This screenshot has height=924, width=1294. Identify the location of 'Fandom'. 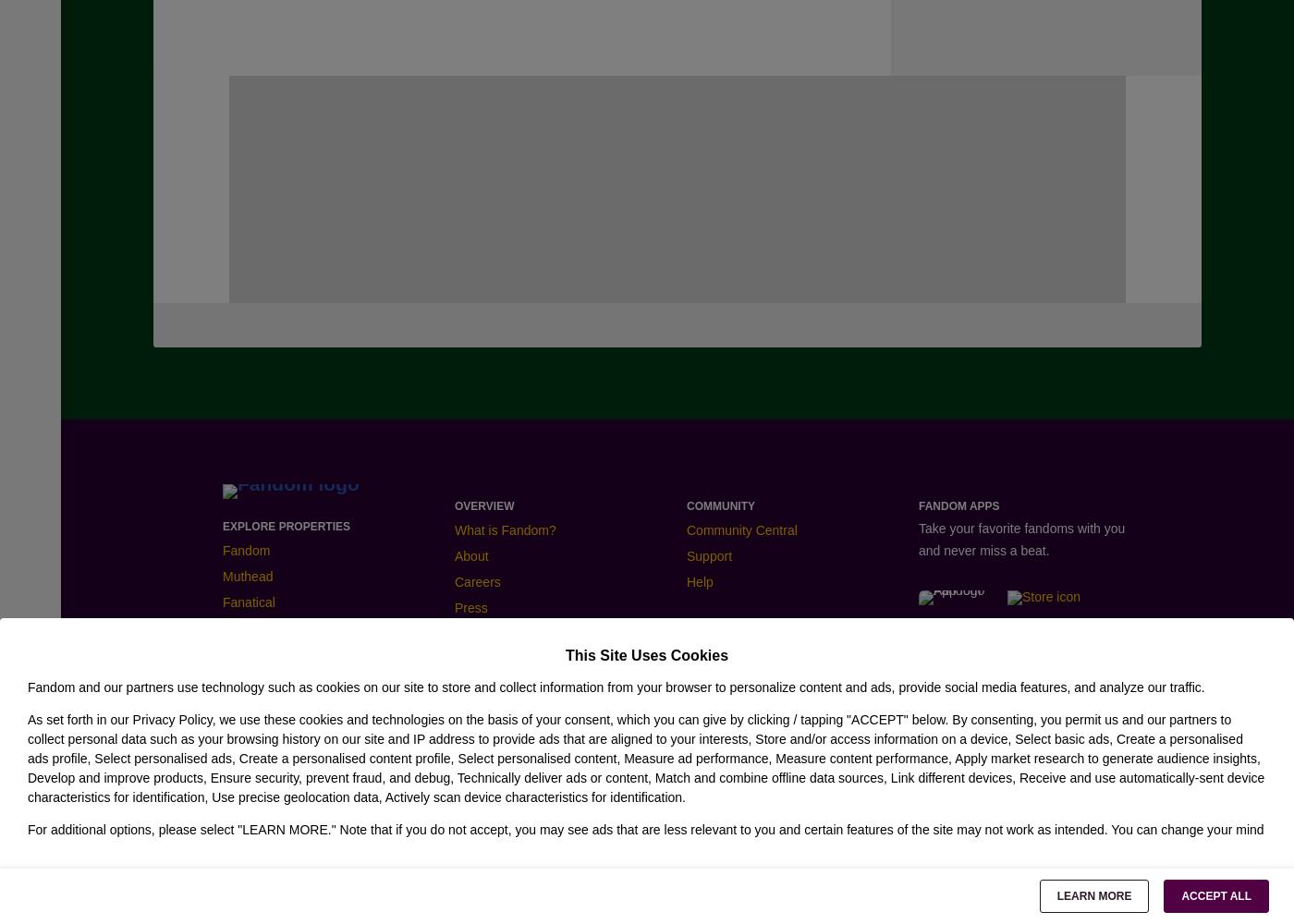
(246, 549).